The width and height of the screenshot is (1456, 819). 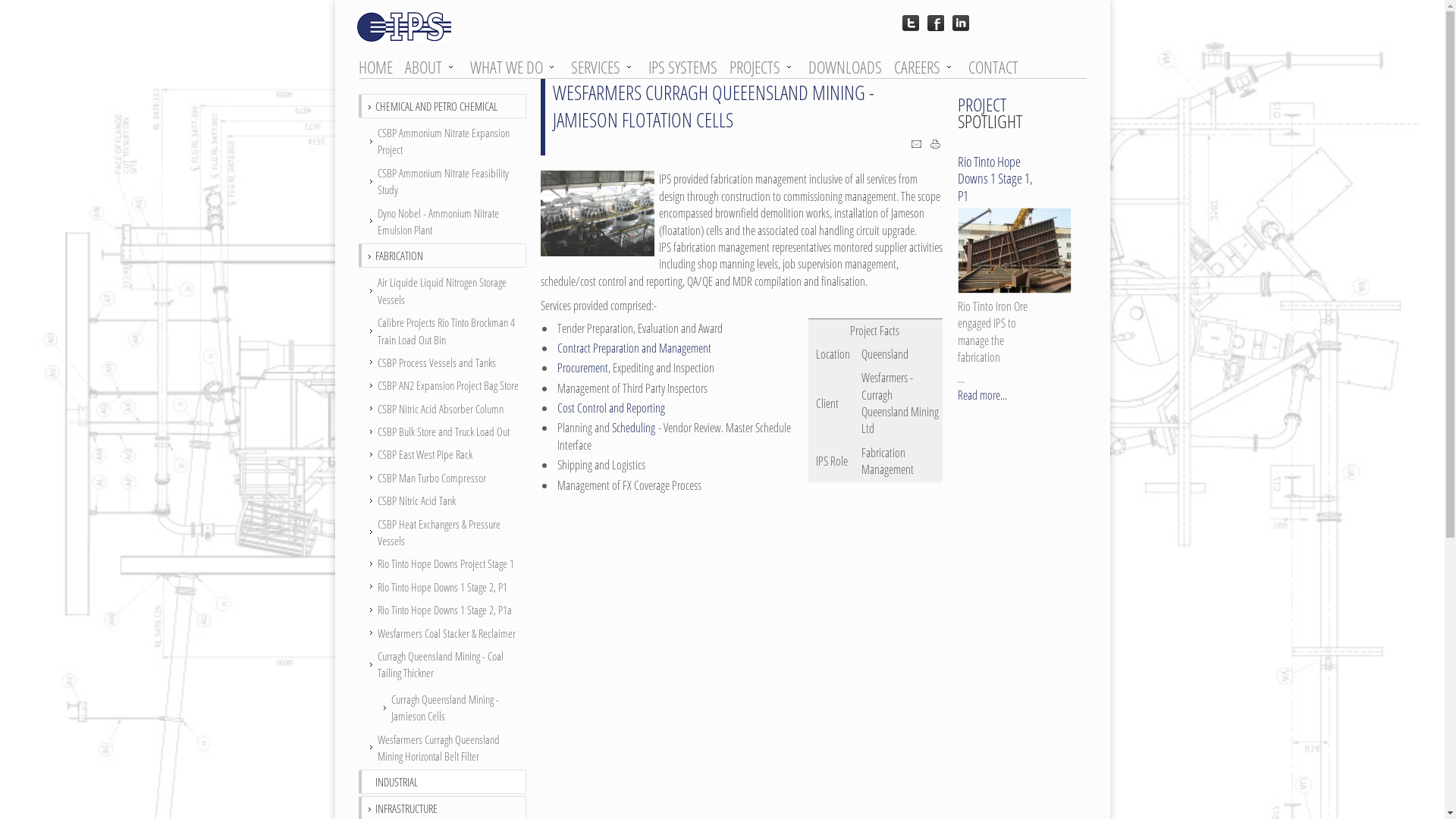 What do you see at coordinates (442, 180) in the screenshot?
I see `'CSBP Ammonium Nitrate Feasibility Study'` at bounding box center [442, 180].